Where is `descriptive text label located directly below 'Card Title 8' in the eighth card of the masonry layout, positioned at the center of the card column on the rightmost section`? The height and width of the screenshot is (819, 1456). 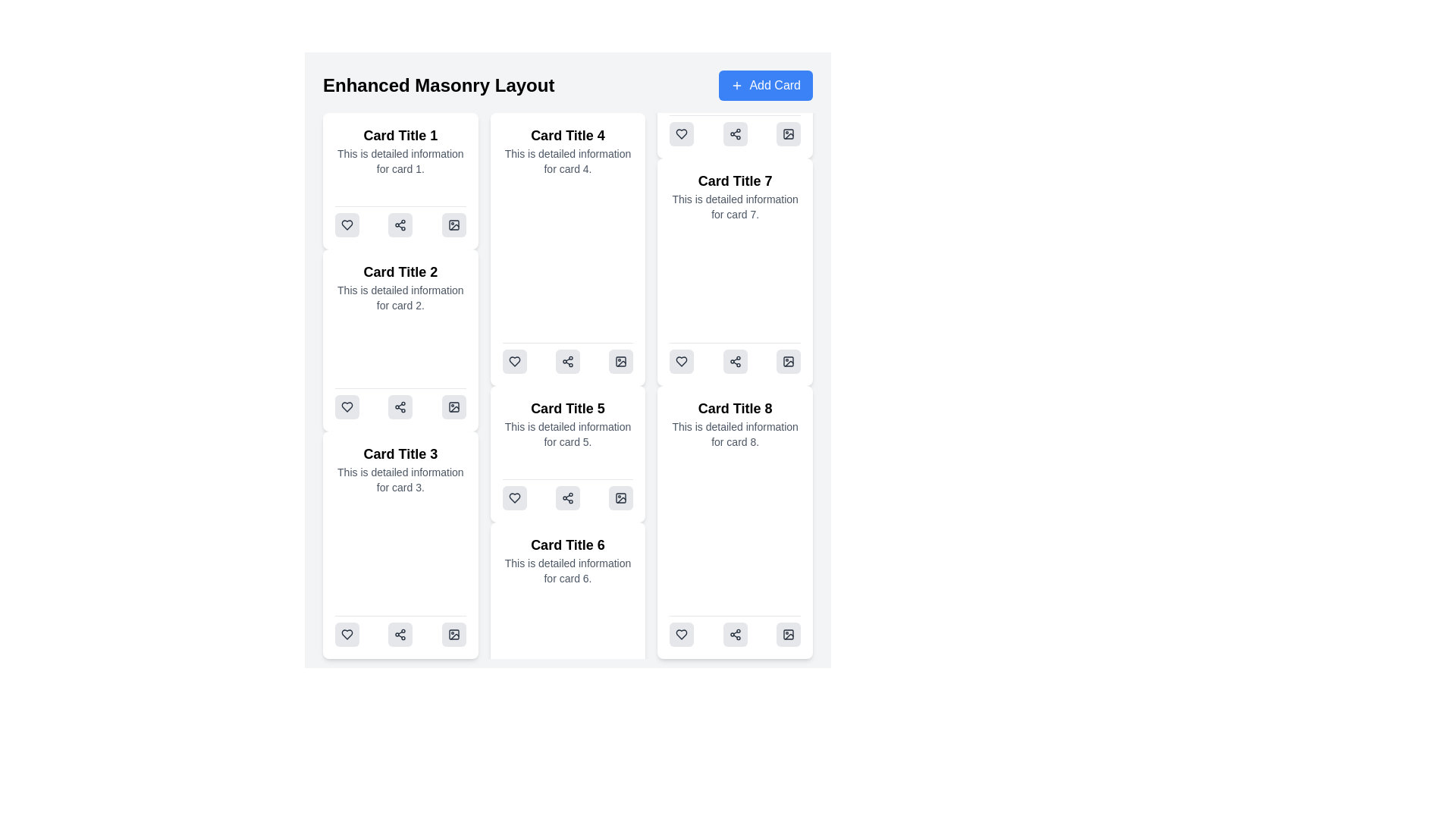 descriptive text label located directly below 'Card Title 8' in the eighth card of the masonry layout, positioned at the center of the card column on the rightmost section is located at coordinates (735, 435).